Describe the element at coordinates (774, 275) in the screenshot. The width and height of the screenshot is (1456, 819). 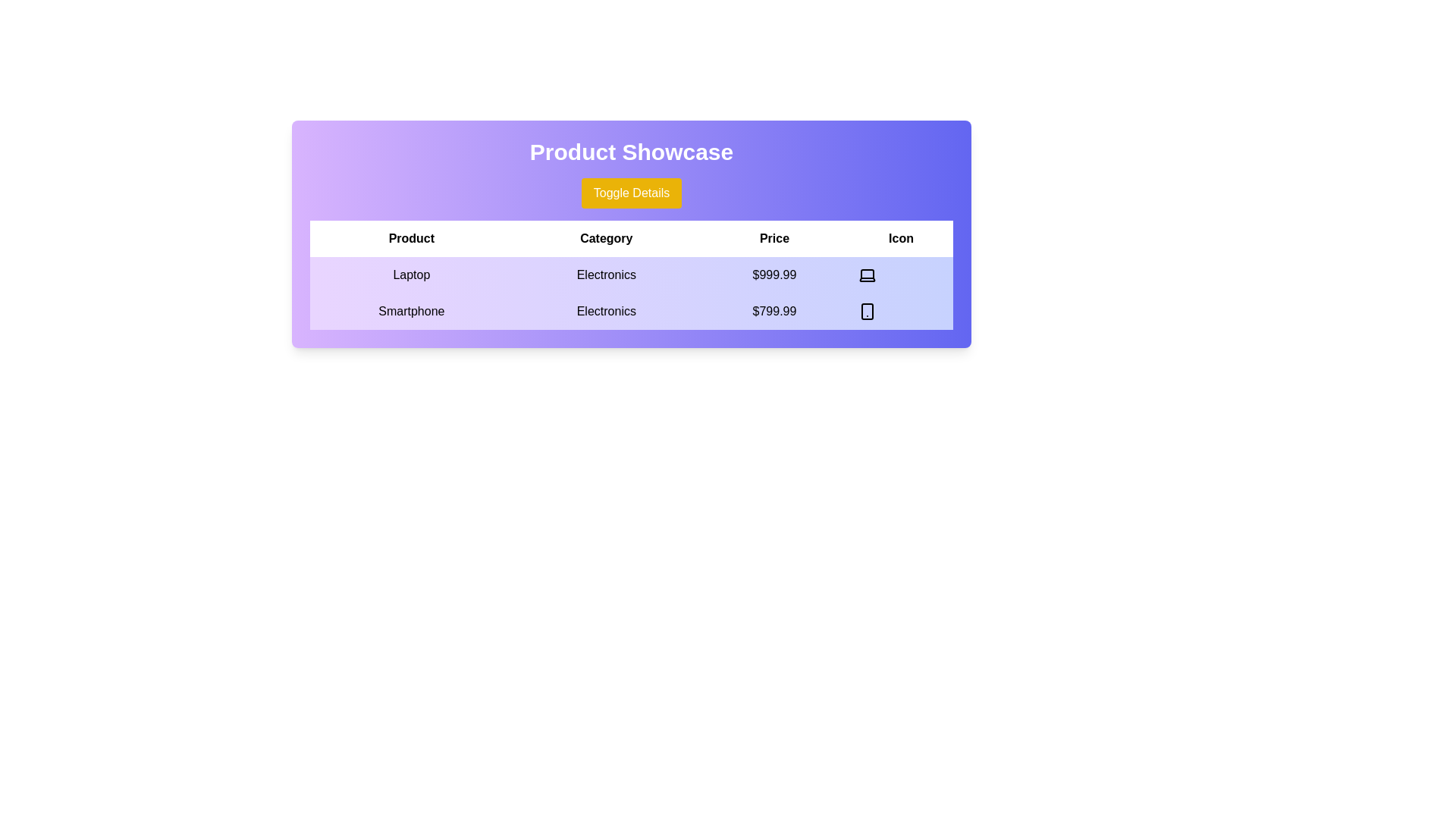
I see `the static text label displaying the price '$999.99' in black text against a light purple background, located in the third column of the first row of the table under the 'Price' header` at that location.